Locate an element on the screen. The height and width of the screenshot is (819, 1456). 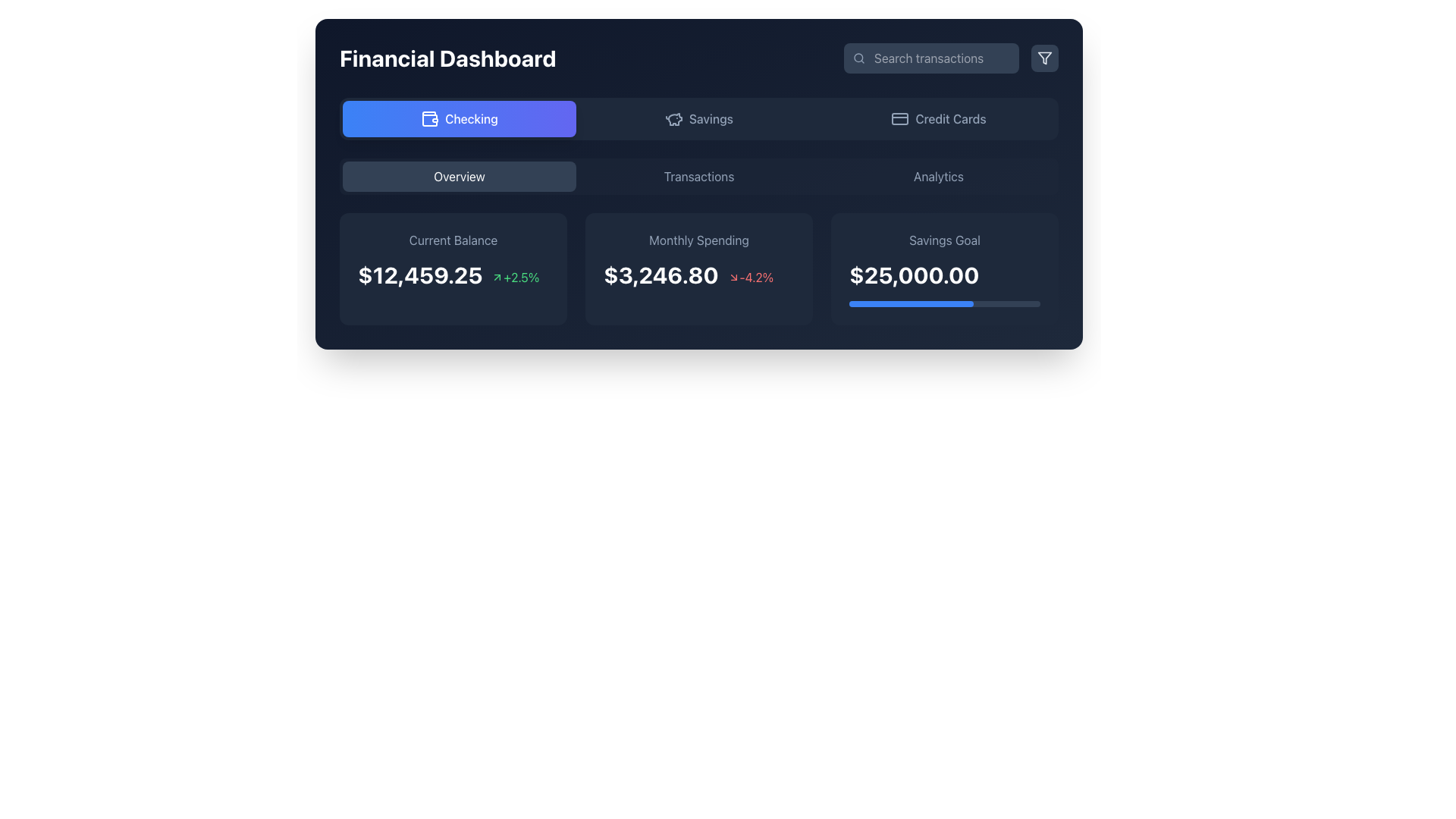
financial metric displayed in the composite element for current monthly spending, which is located in the 'Monthly Spending' panel, the second of three panels in a row is located at coordinates (698, 275).